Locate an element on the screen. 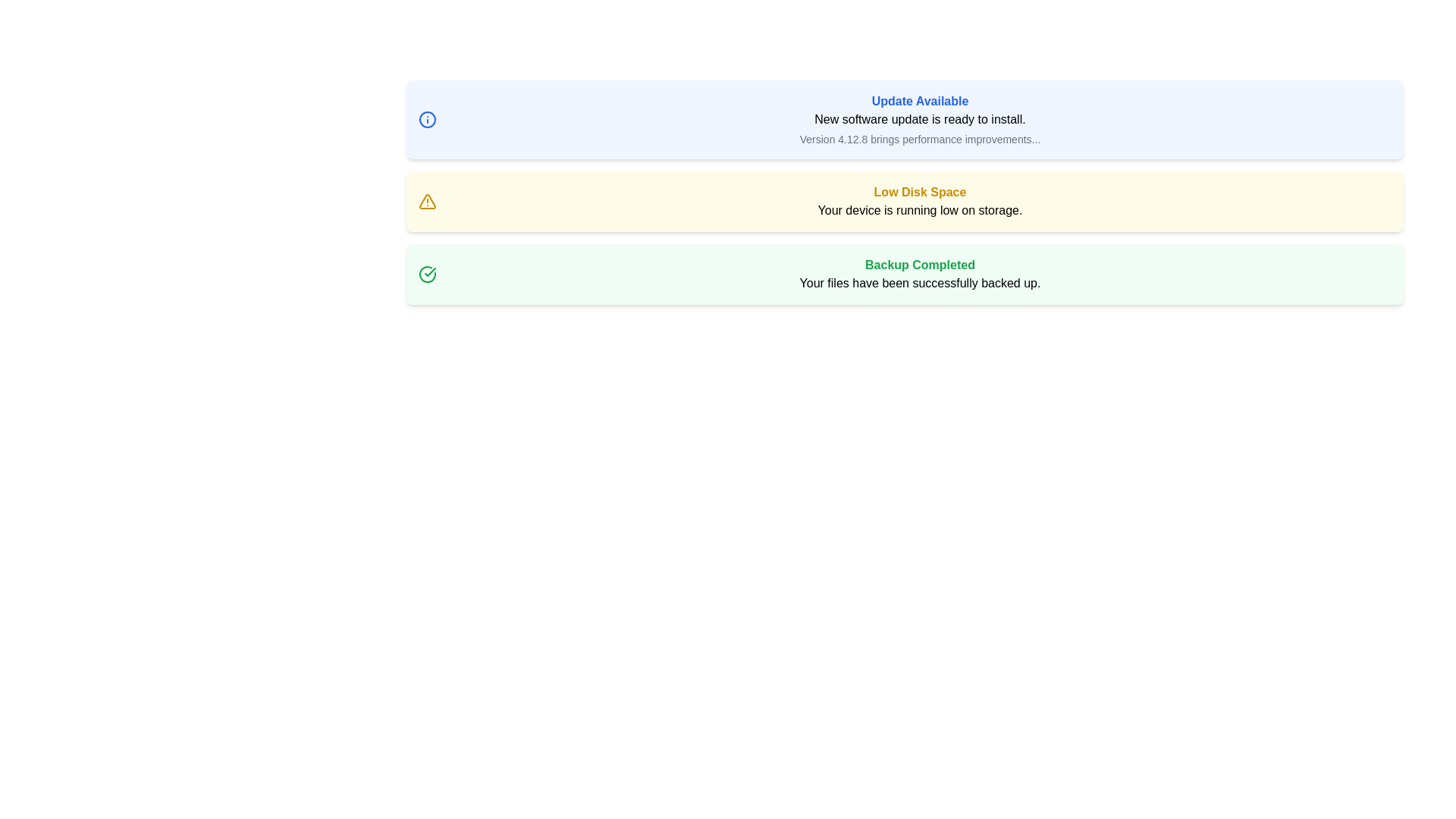 Image resolution: width=1456 pixels, height=819 pixels. the informational alert box that warns about low disk space, which is the second element in a vertical list of three alert message blocks is located at coordinates (919, 201).